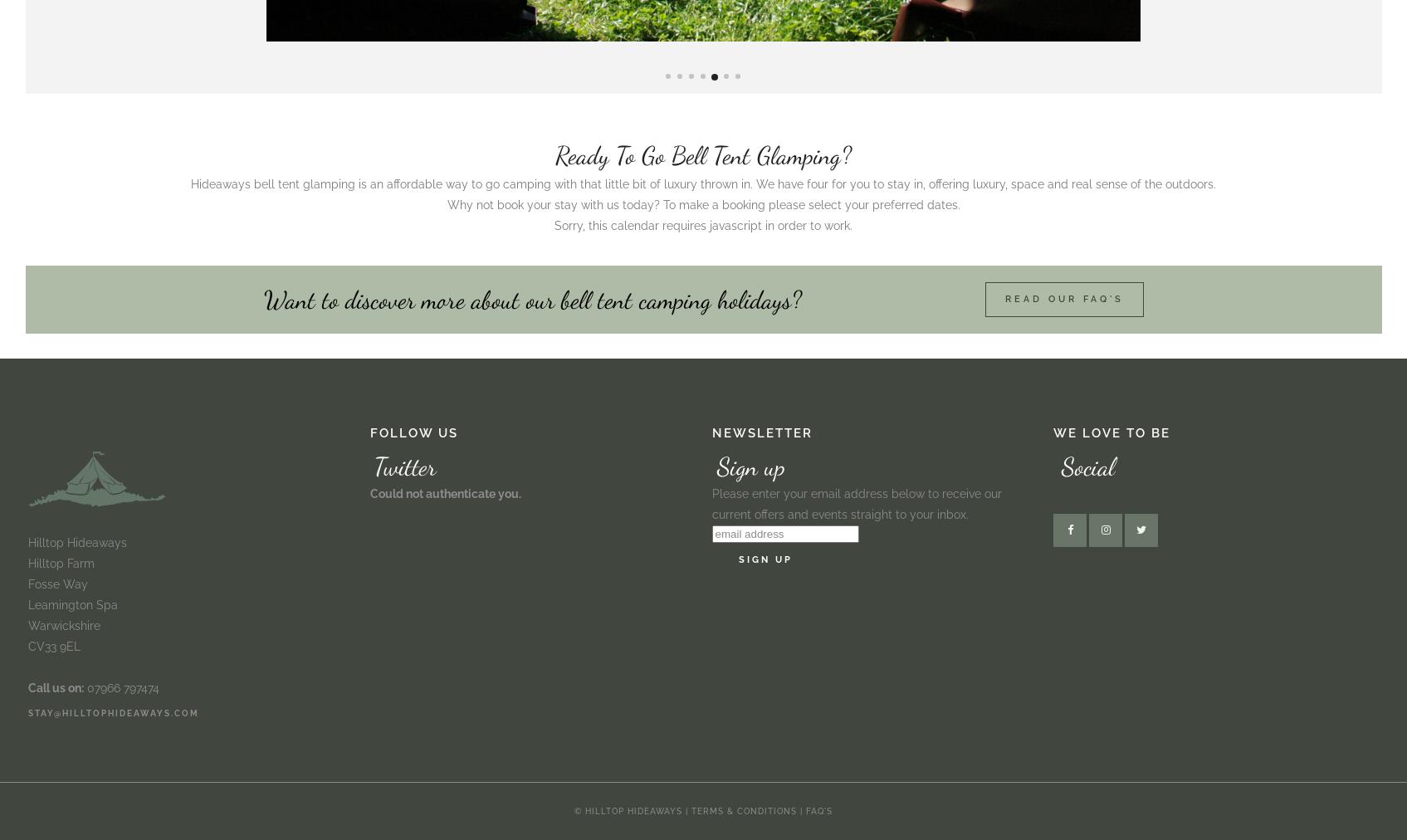 Image resolution: width=1407 pixels, height=840 pixels. What do you see at coordinates (28, 687) in the screenshot?
I see `'Call us on:'` at bounding box center [28, 687].